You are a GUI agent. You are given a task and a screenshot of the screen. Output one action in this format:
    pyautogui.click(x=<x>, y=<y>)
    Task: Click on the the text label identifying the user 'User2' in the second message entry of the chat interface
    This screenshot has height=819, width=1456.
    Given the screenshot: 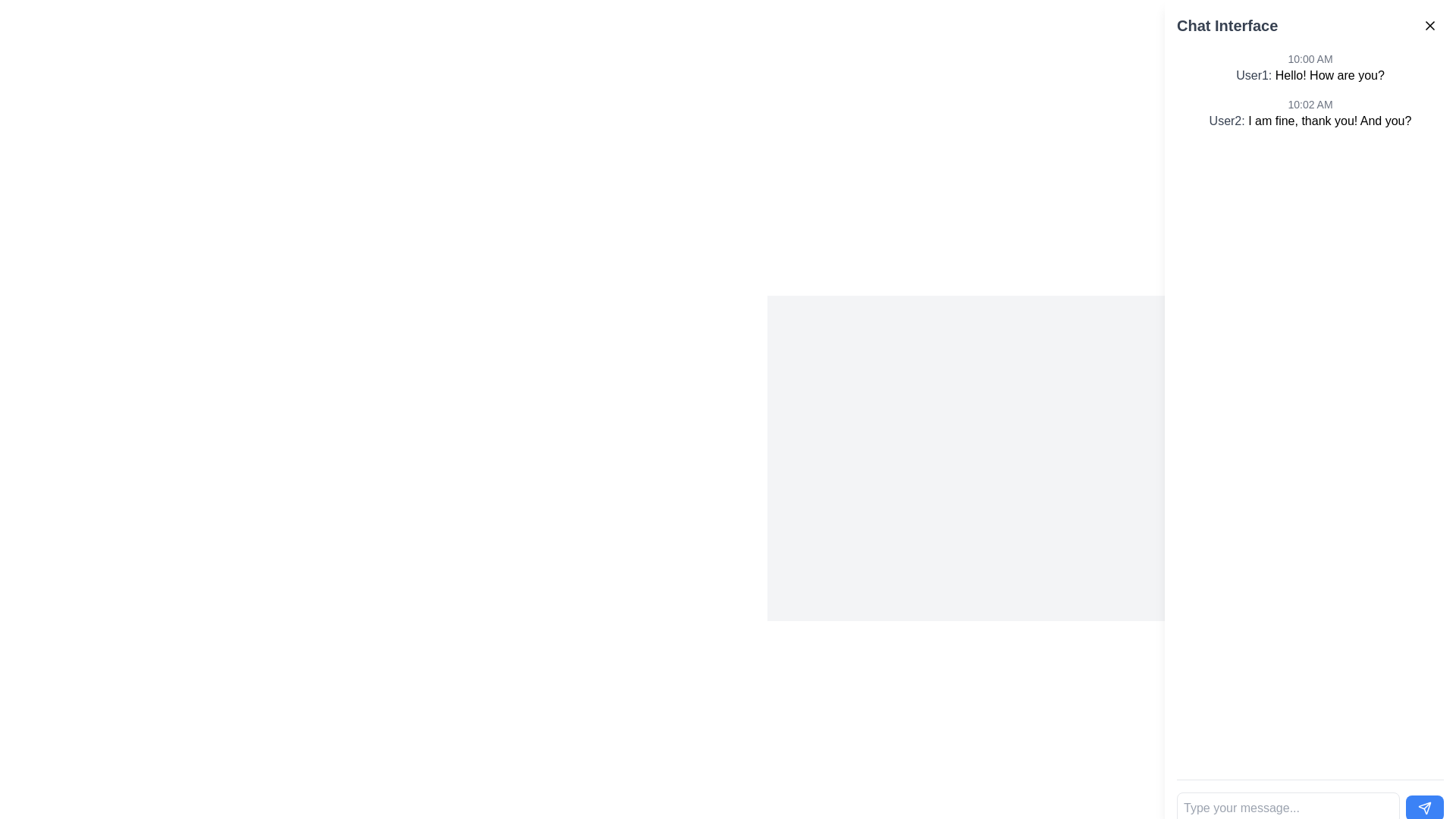 What is the action you would take?
    pyautogui.click(x=1228, y=120)
    